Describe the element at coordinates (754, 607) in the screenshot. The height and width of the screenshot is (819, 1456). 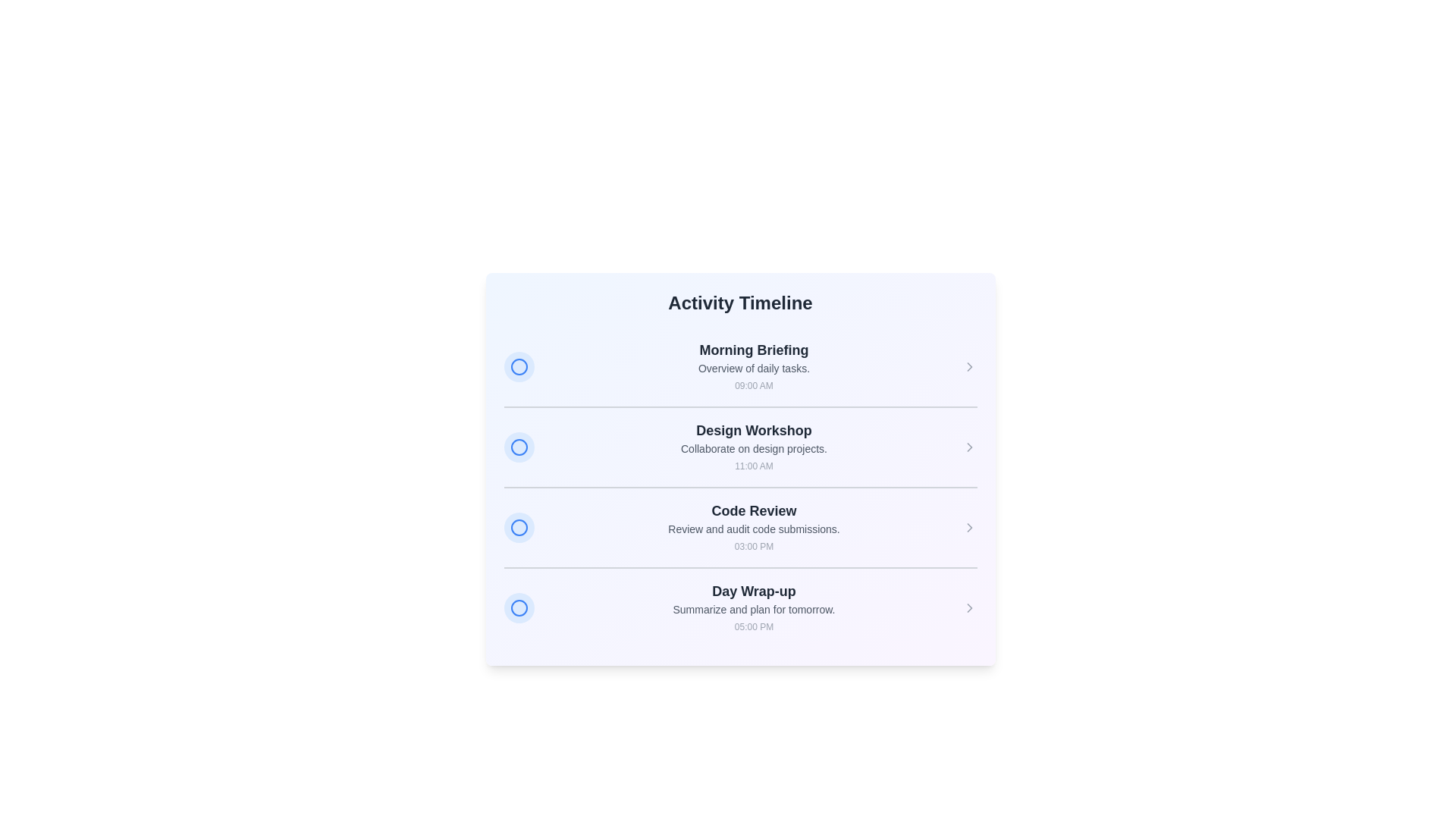
I see `the fourth list item titled 'Day Wrap-up' which contains the summary text and time for additional context` at that location.